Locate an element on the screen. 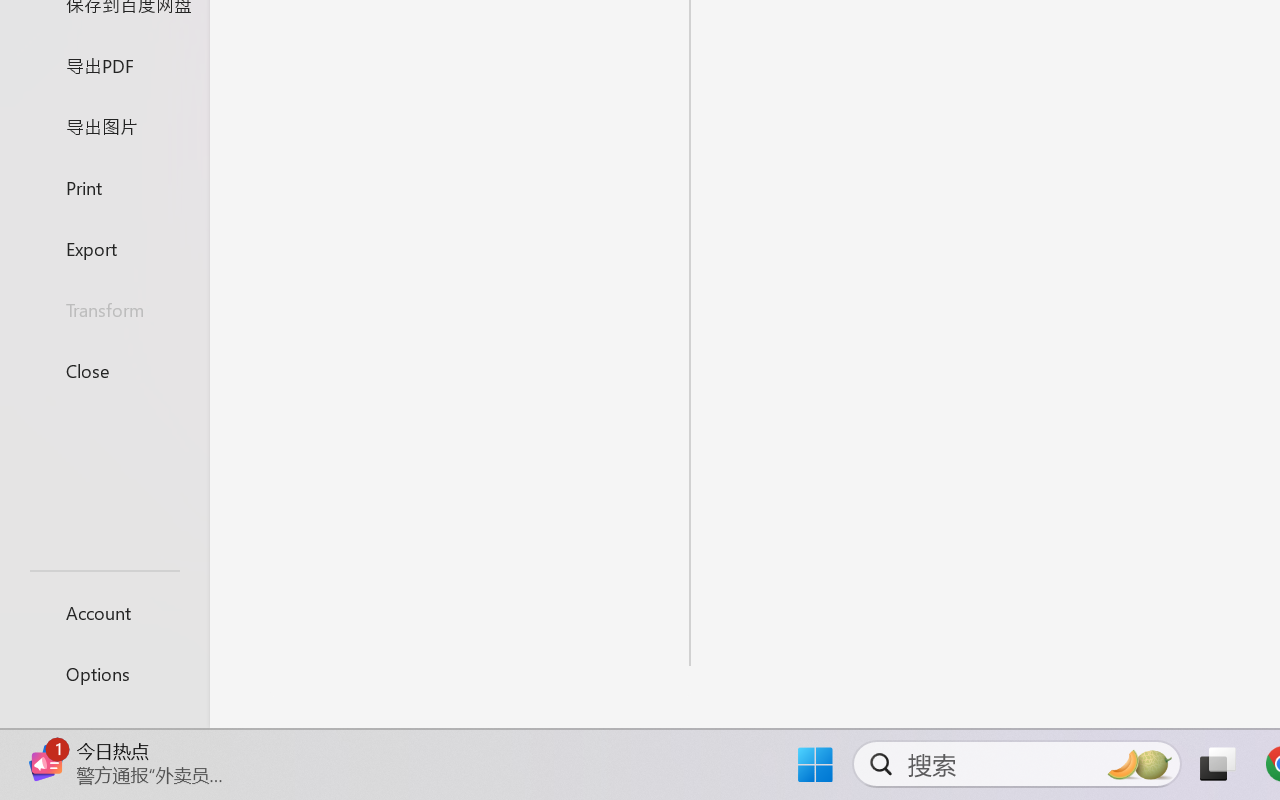  'Transform' is located at coordinates (103, 308).